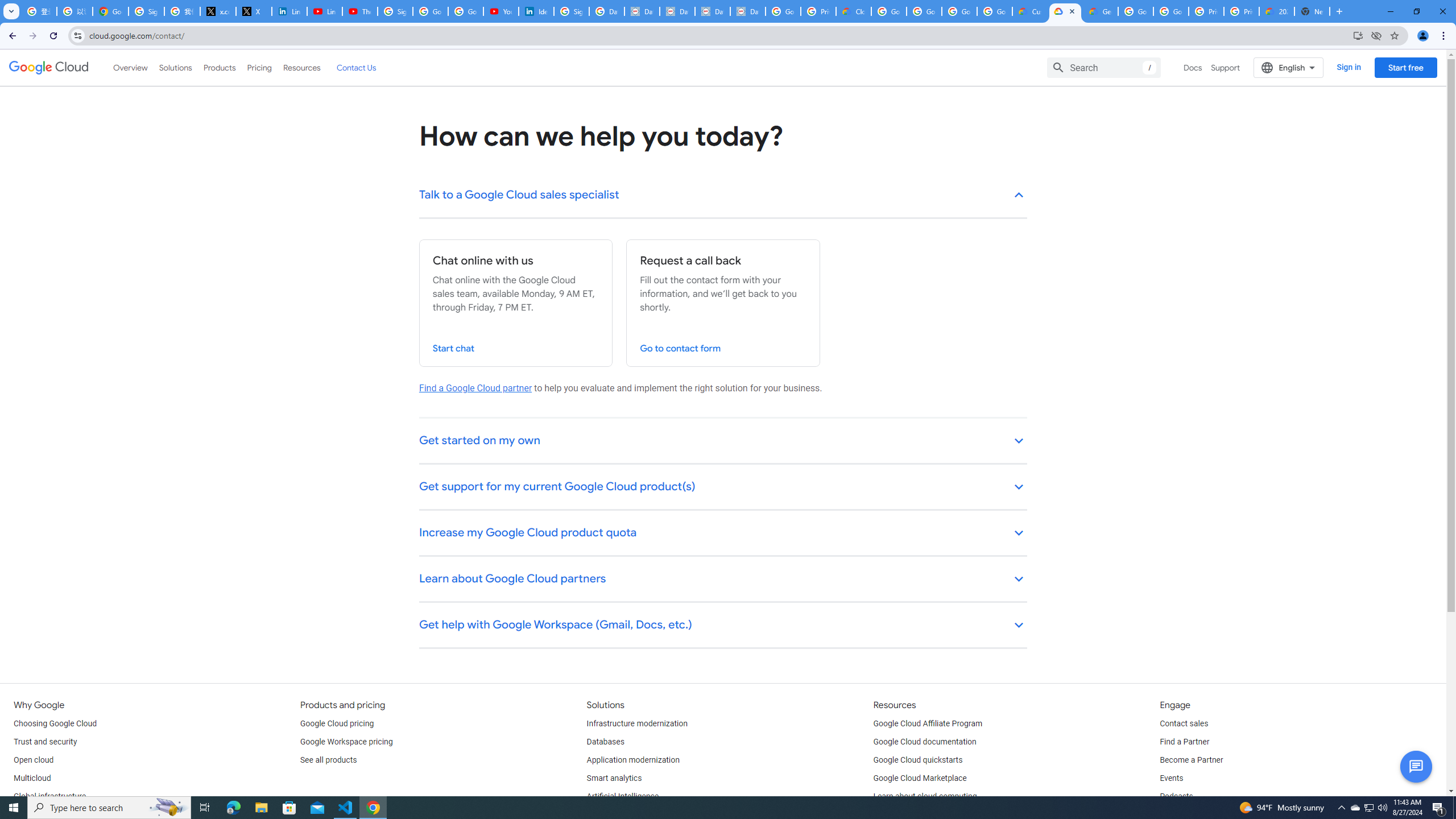 The width and height of the screenshot is (1456, 819). Describe the element at coordinates (49, 797) in the screenshot. I see `'Global infrastructure'` at that location.